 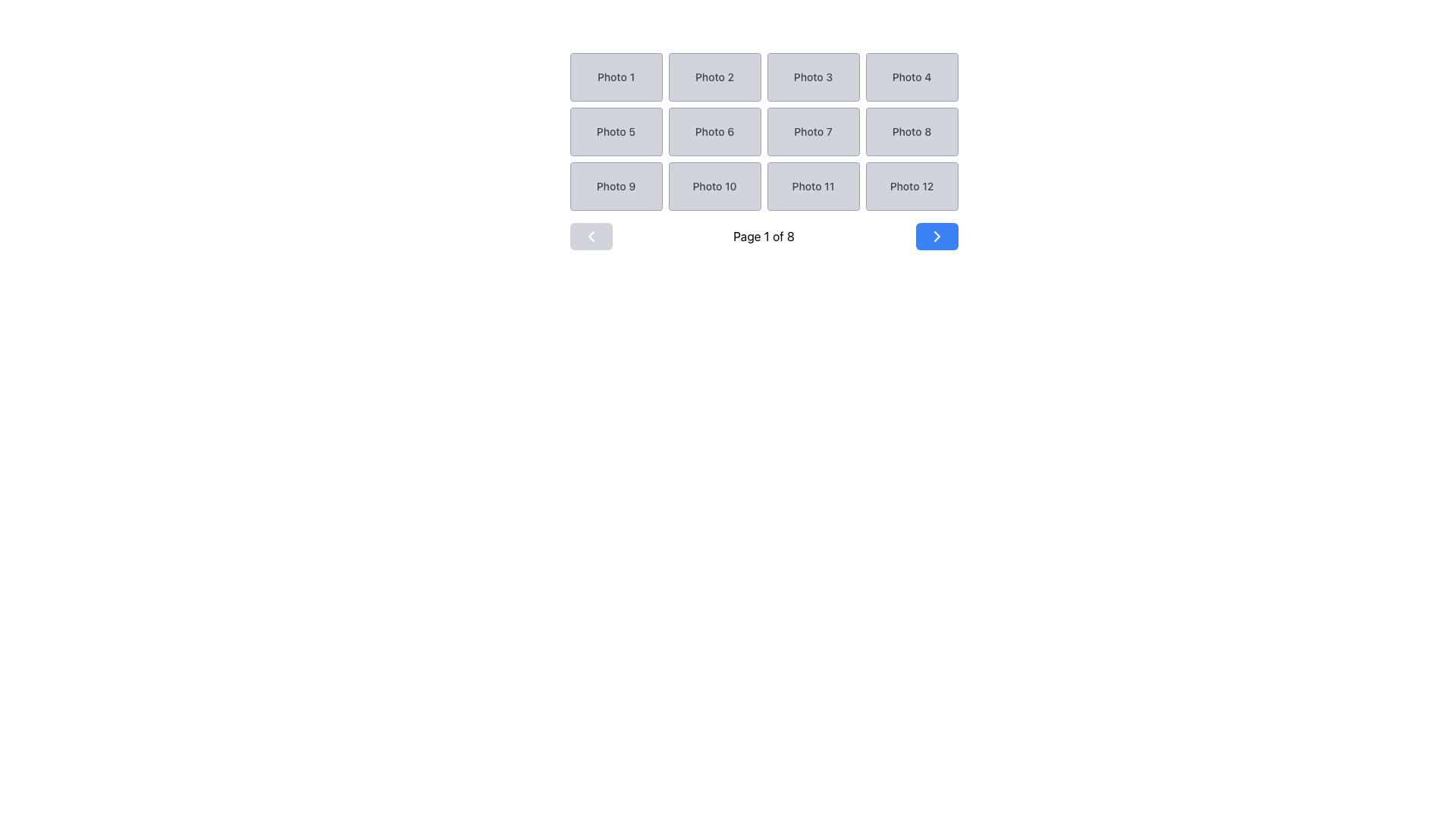 What do you see at coordinates (911, 77) in the screenshot?
I see `the Button-like text element labeled 'Photo 4', positioned in the first row and fourth column of the grid` at bounding box center [911, 77].